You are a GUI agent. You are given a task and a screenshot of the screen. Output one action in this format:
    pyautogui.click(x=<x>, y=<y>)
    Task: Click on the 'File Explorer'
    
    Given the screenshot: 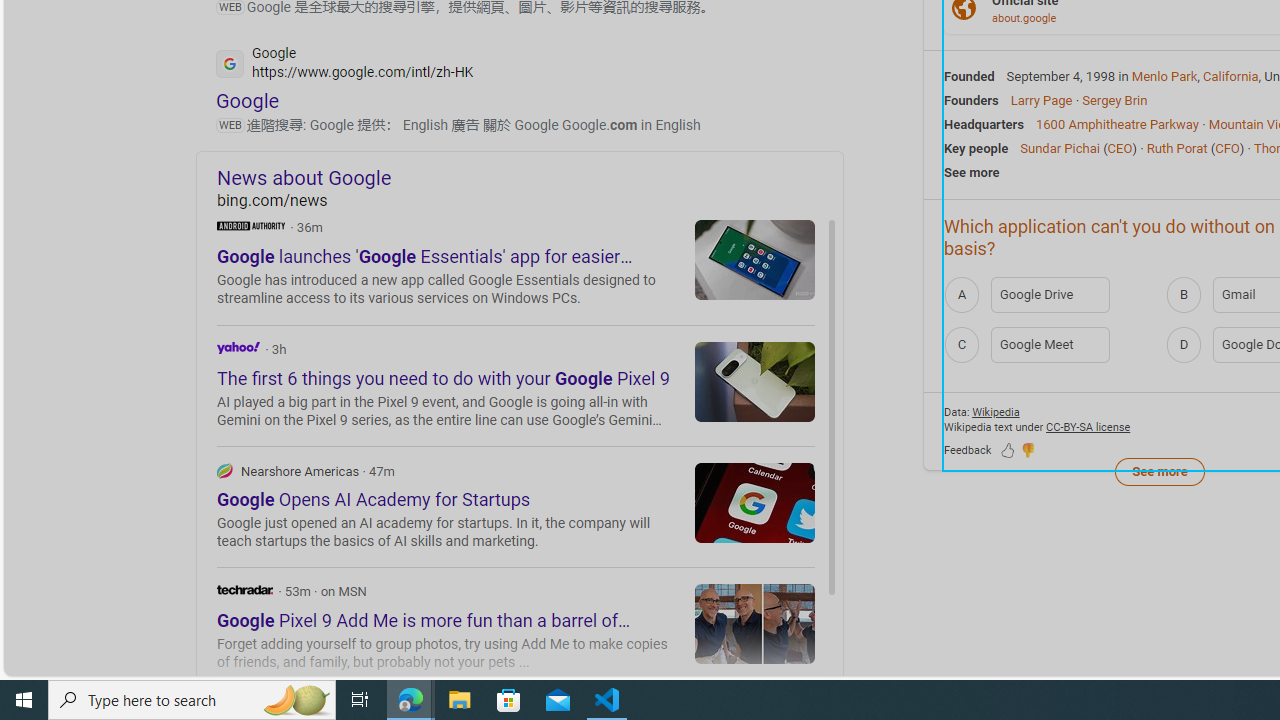 What is the action you would take?
    pyautogui.click(x=459, y=698)
    